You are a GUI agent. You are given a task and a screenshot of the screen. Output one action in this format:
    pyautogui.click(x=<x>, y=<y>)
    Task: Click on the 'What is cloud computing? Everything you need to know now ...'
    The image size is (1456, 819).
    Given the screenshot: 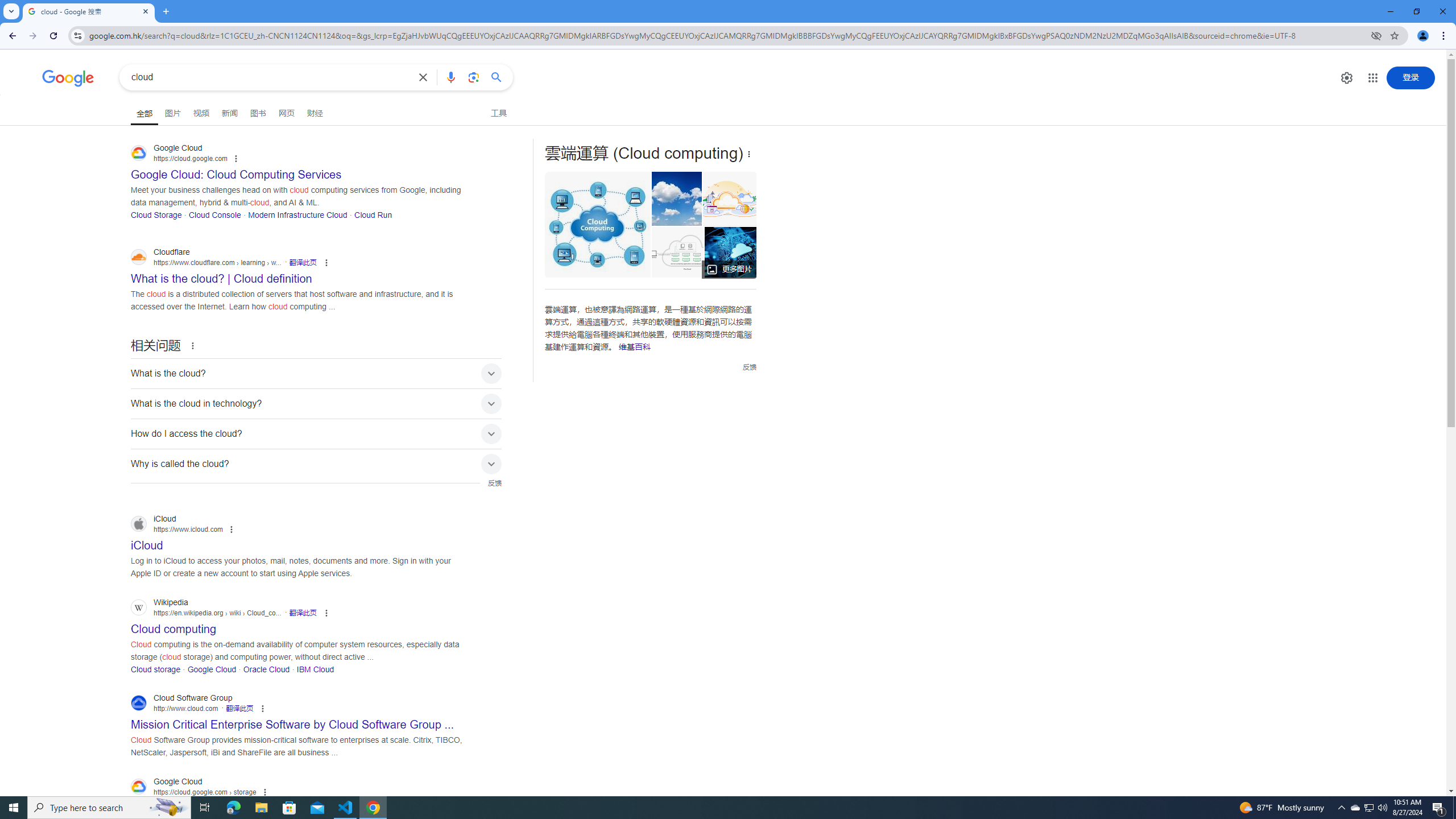 What is the action you would take?
    pyautogui.click(x=742, y=252)
    